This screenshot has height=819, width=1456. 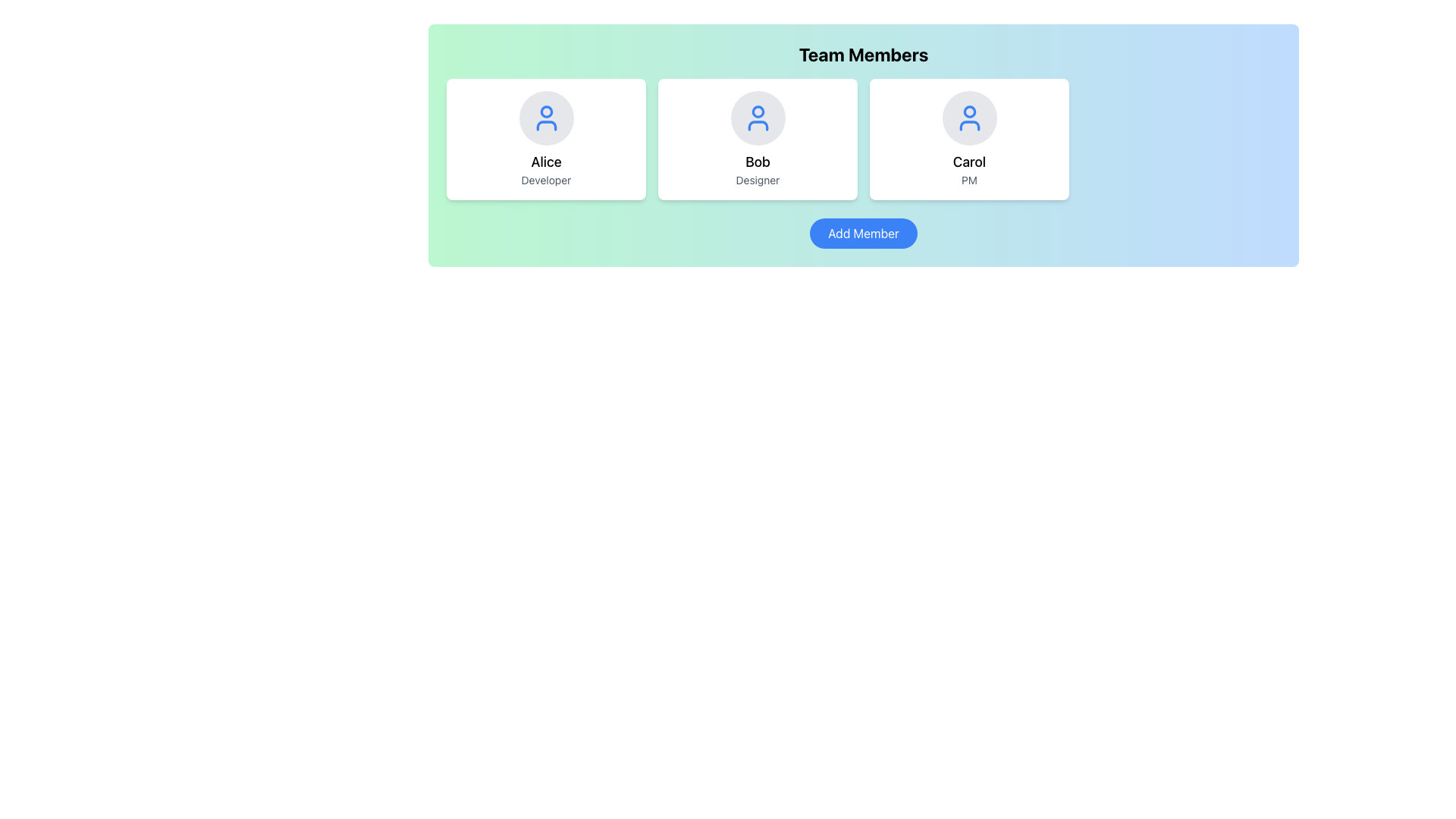 What do you see at coordinates (758, 117) in the screenshot?
I see `the blue circular user icon representing 'Bob', which is the central icon in a horizontal layout of three team member icons` at bounding box center [758, 117].